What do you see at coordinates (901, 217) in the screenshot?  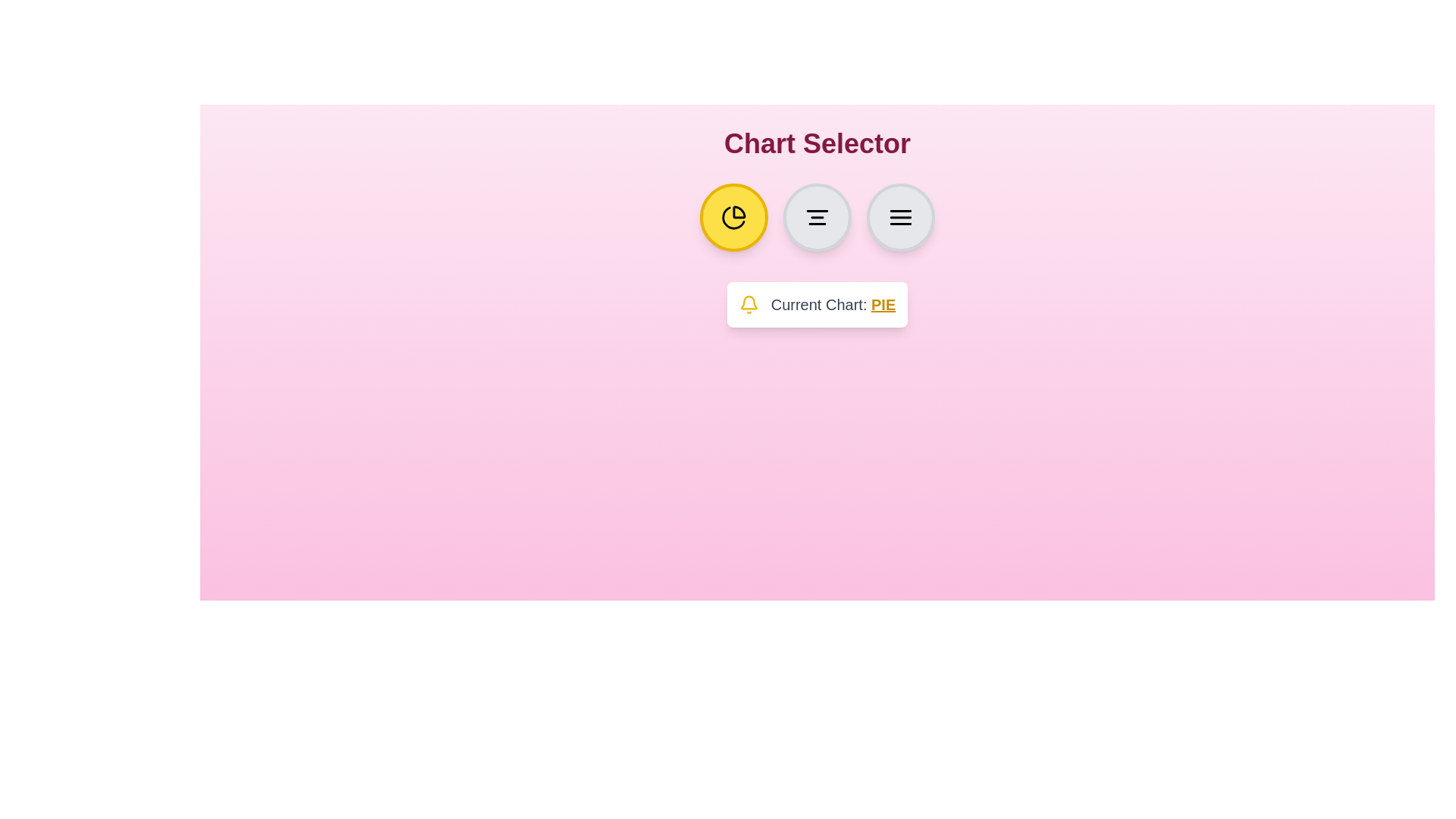 I see `the chart type by clicking on the corresponding button. The parameter bar specifies the chart type to select` at bounding box center [901, 217].